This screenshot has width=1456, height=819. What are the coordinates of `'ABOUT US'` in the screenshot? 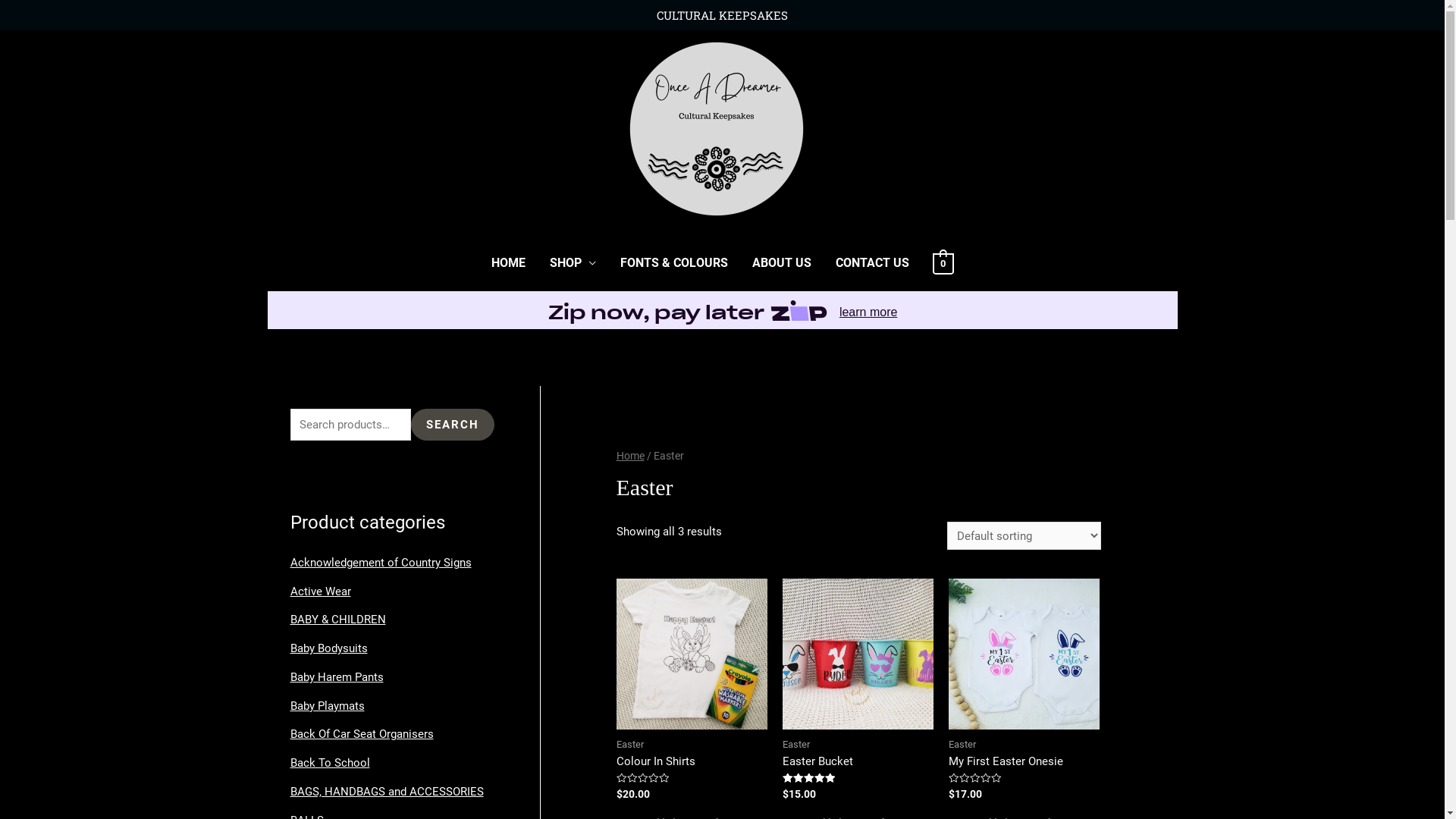 It's located at (739, 262).